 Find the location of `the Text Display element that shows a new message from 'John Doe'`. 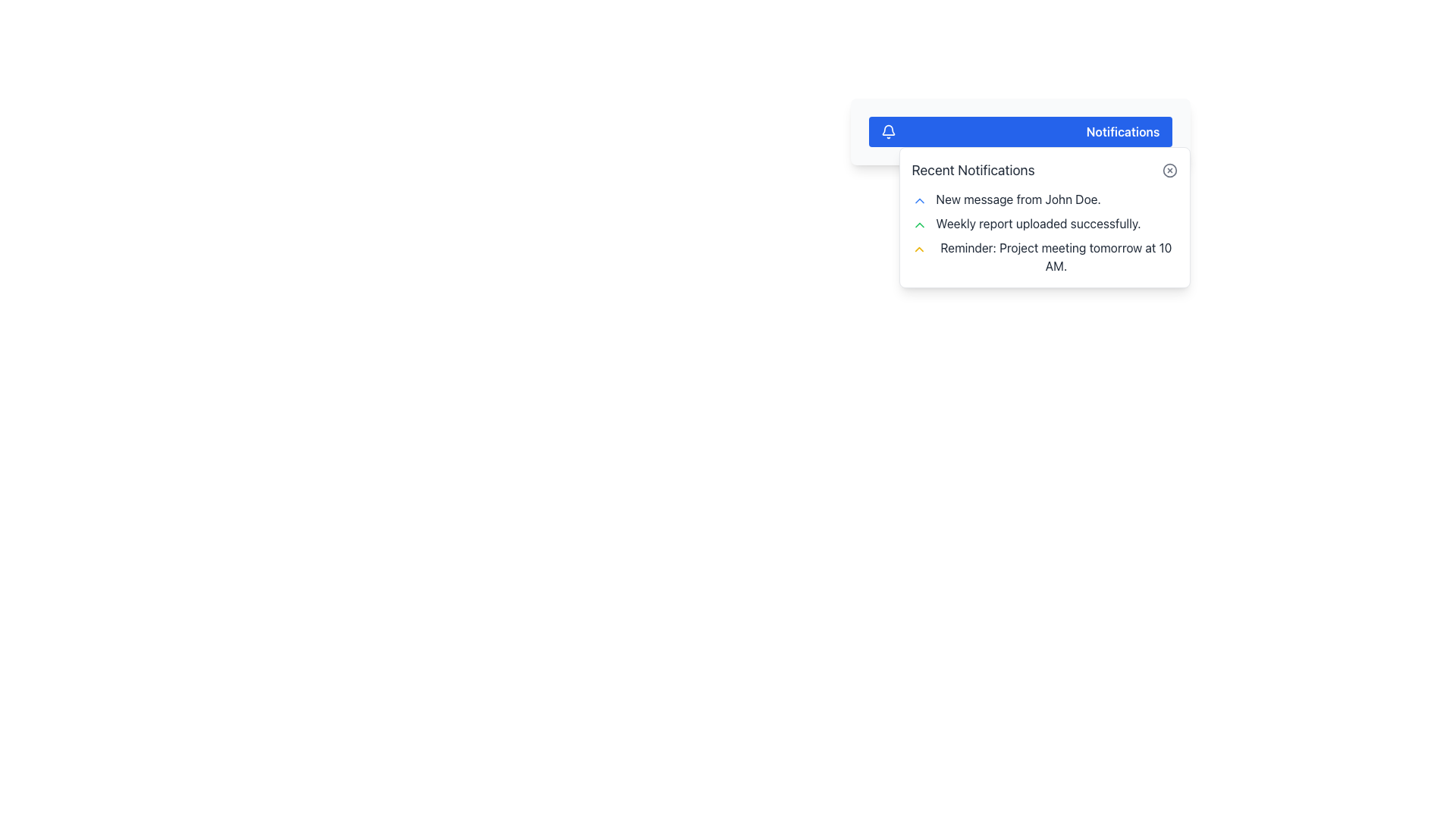

the Text Display element that shows a new message from 'John Doe' is located at coordinates (1018, 198).